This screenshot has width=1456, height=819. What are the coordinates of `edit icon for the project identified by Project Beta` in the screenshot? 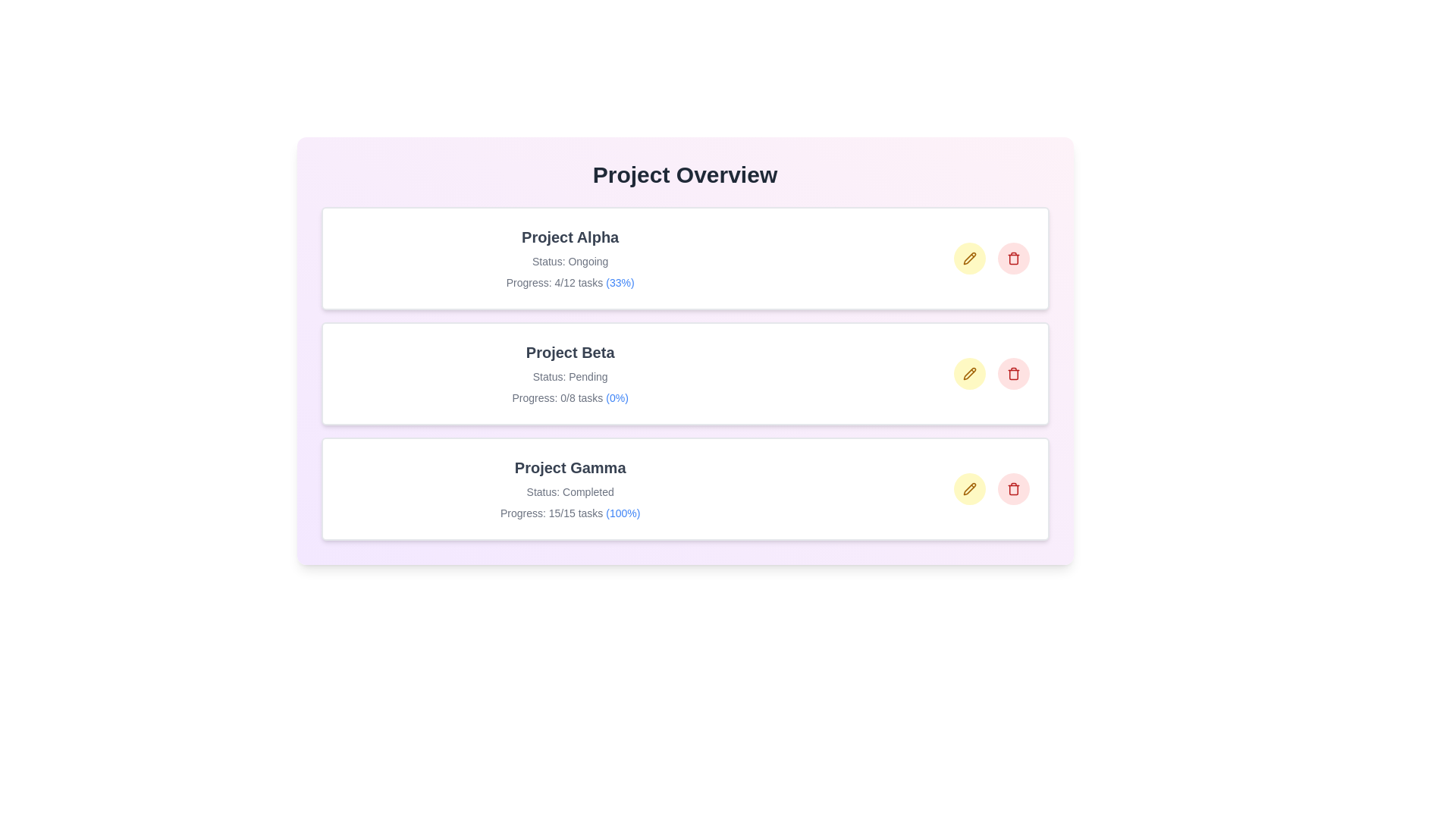 It's located at (968, 374).